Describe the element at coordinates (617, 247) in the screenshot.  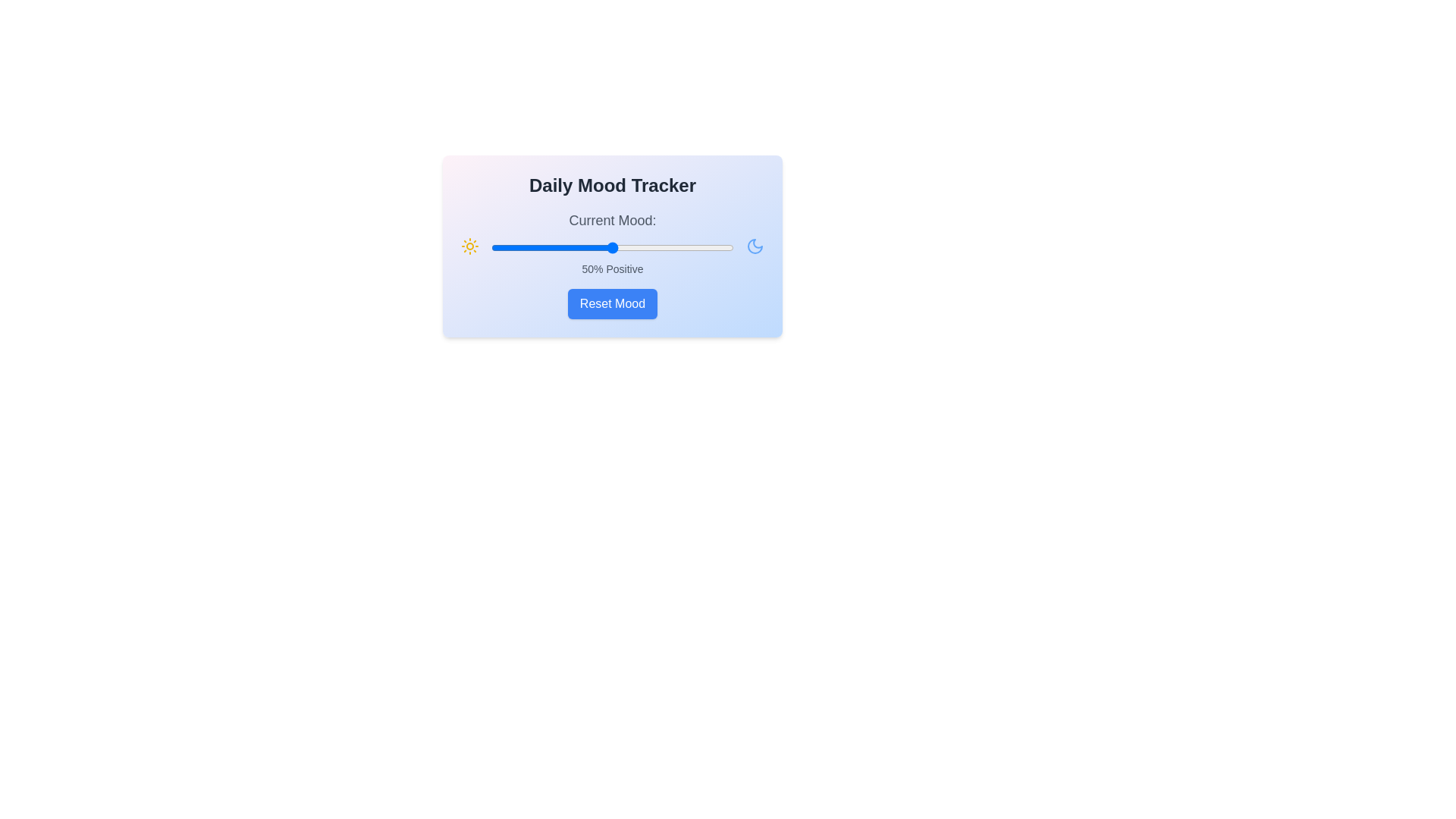
I see `mood rating` at that location.